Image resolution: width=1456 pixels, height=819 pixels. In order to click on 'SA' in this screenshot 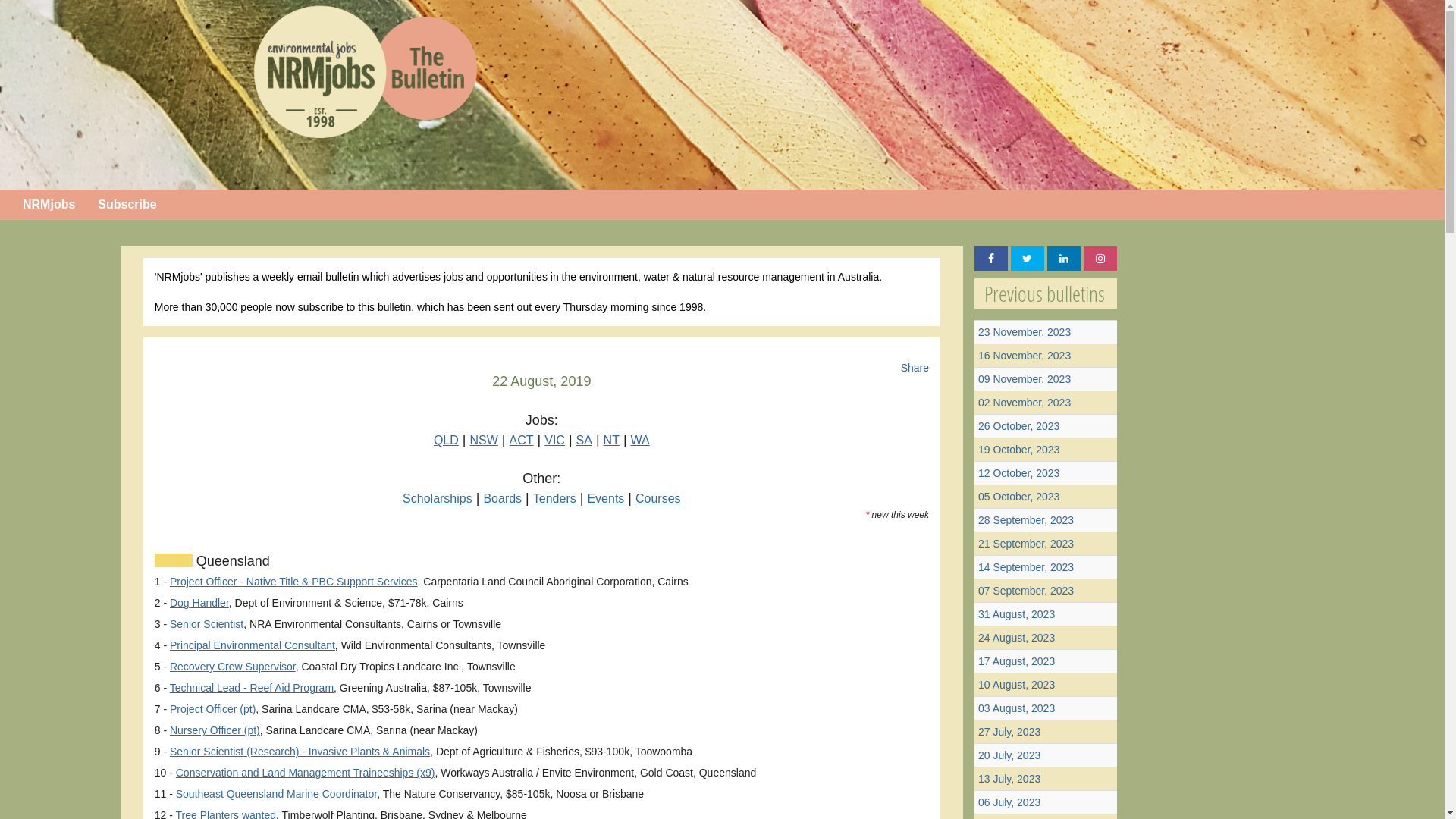, I will do `click(583, 440)`.